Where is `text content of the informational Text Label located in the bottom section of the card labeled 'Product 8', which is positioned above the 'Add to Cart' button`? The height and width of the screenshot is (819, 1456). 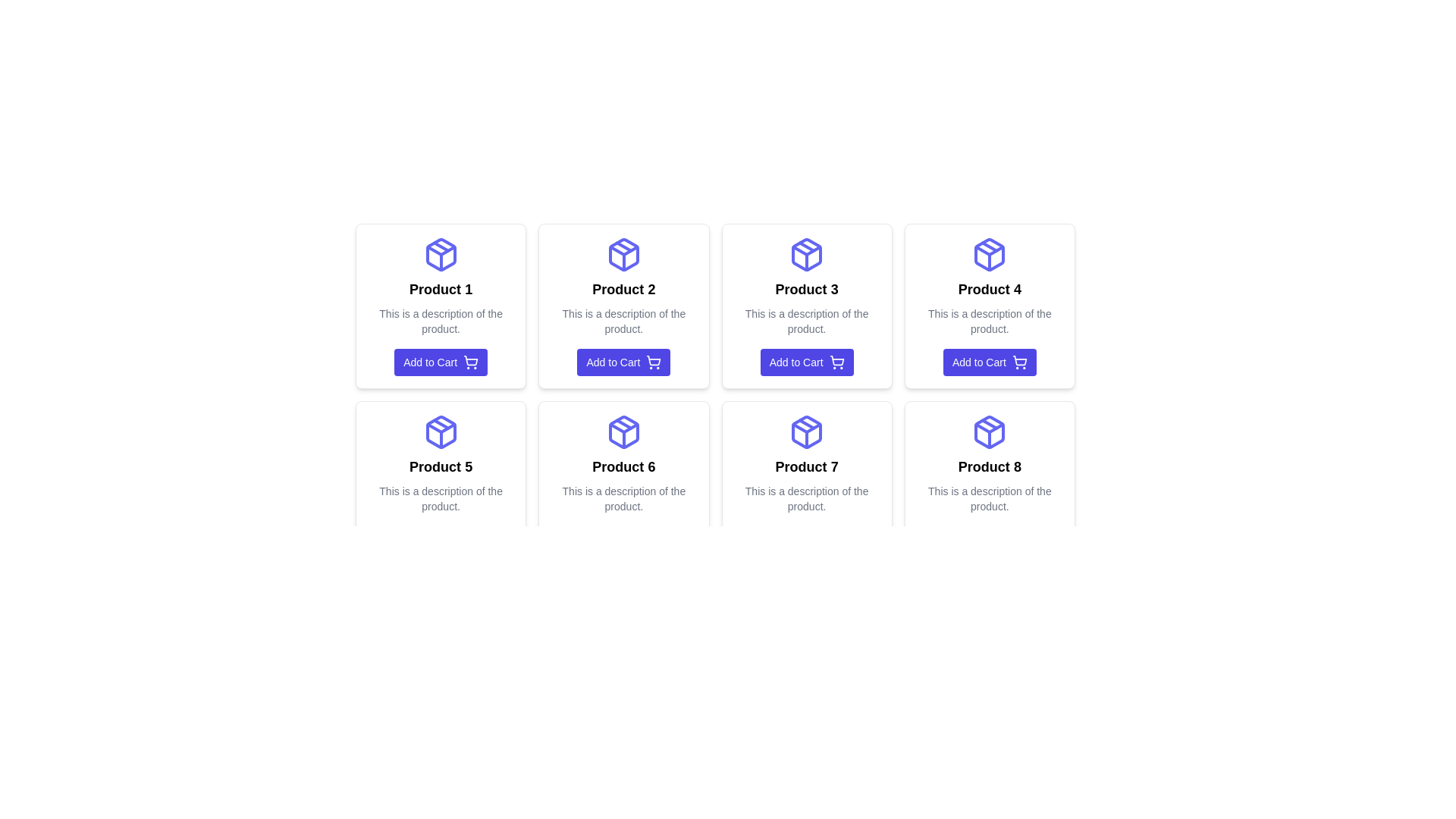
text content of the informational Text Label located in the bottom section of the card labeled 'Product 8', which is positioned above the 'Add to Cart' button is located at coordinates (990, 499).